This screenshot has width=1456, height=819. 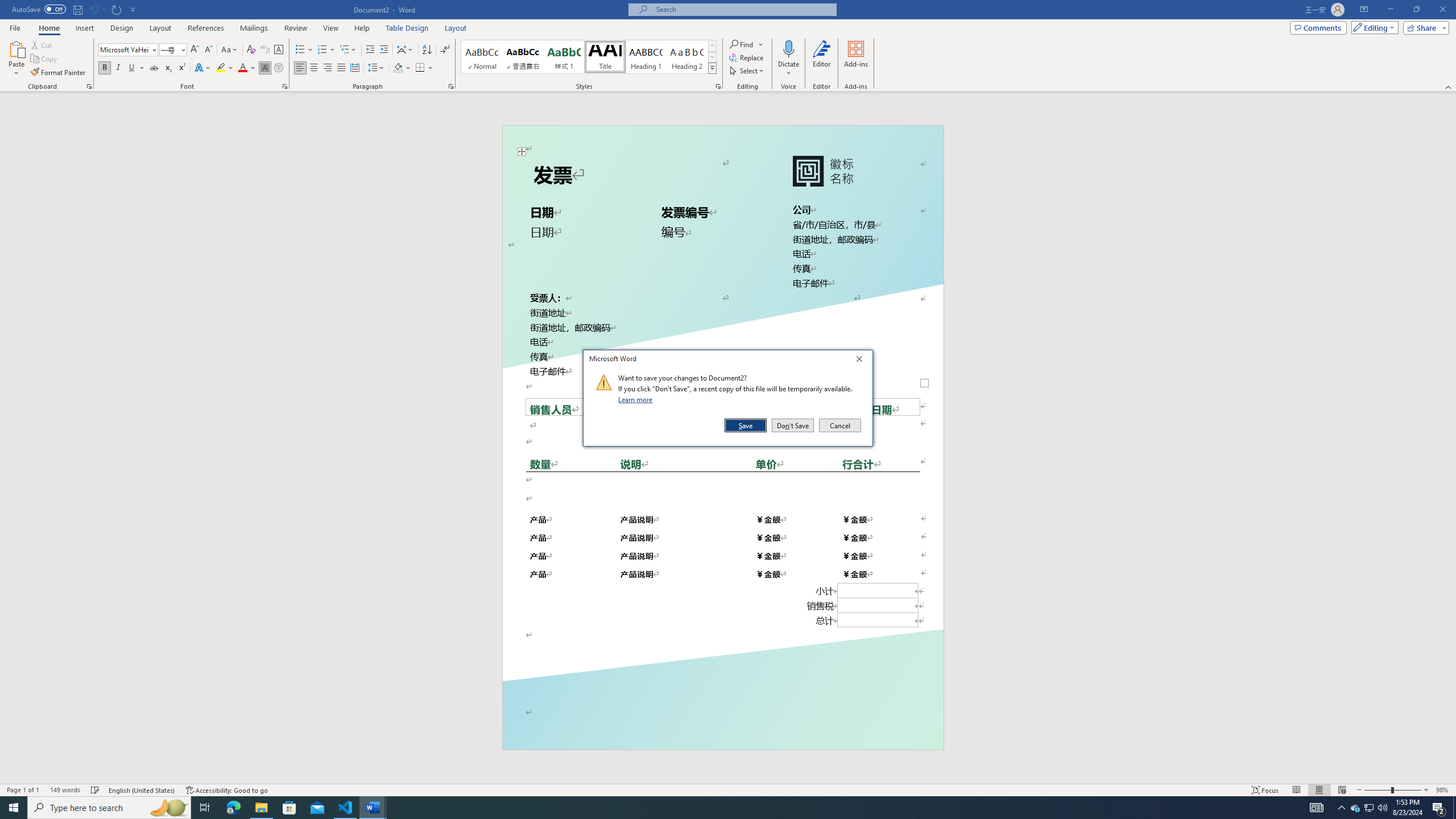 What do you see at coordinates (1372, 27) in the screenshot?
I see `'Mode'` at bounding box center [1372, 27].